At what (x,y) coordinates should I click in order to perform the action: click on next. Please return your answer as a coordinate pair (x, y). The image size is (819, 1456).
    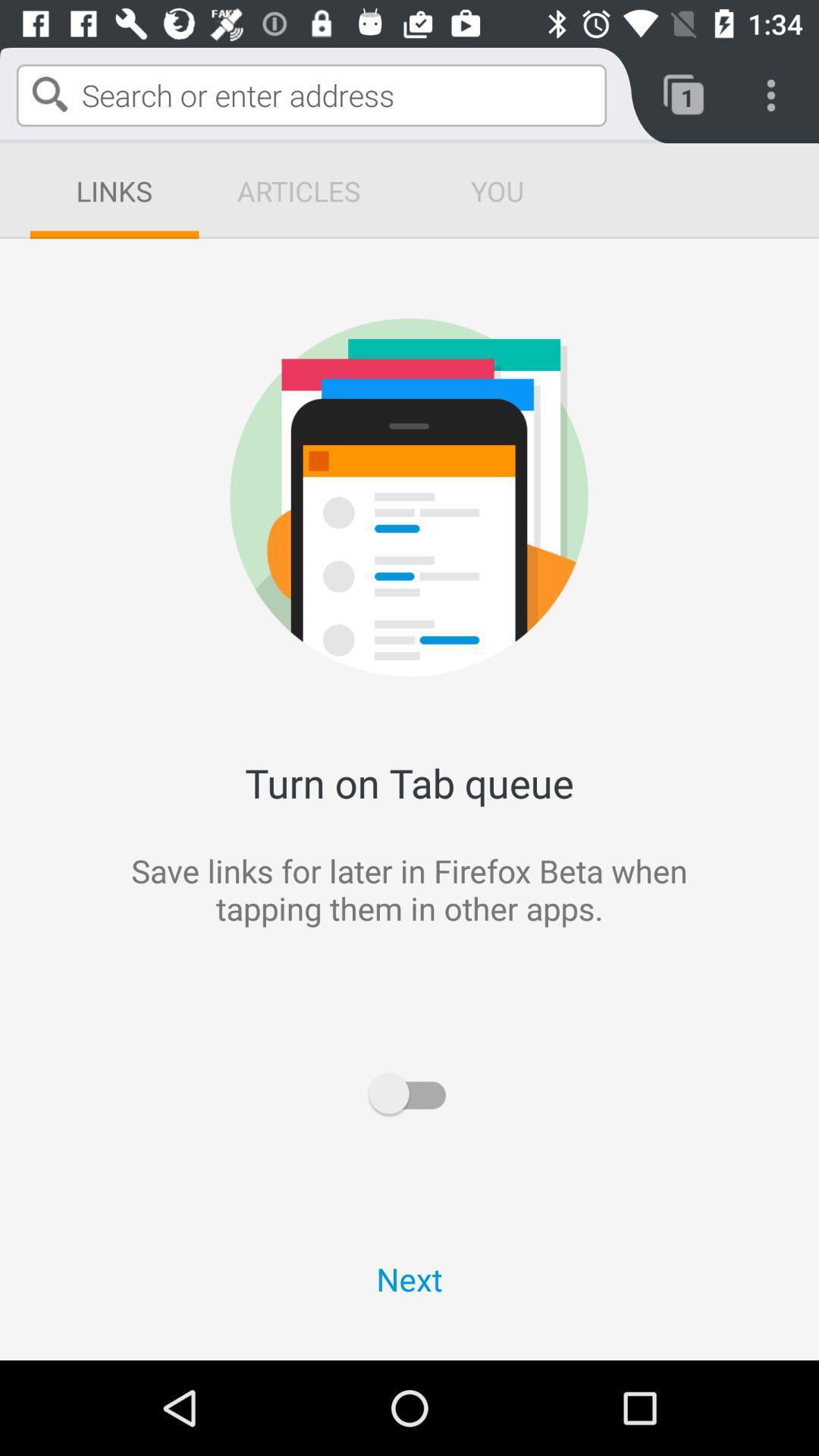
    Looking at the image, I should click on (409, 1278).